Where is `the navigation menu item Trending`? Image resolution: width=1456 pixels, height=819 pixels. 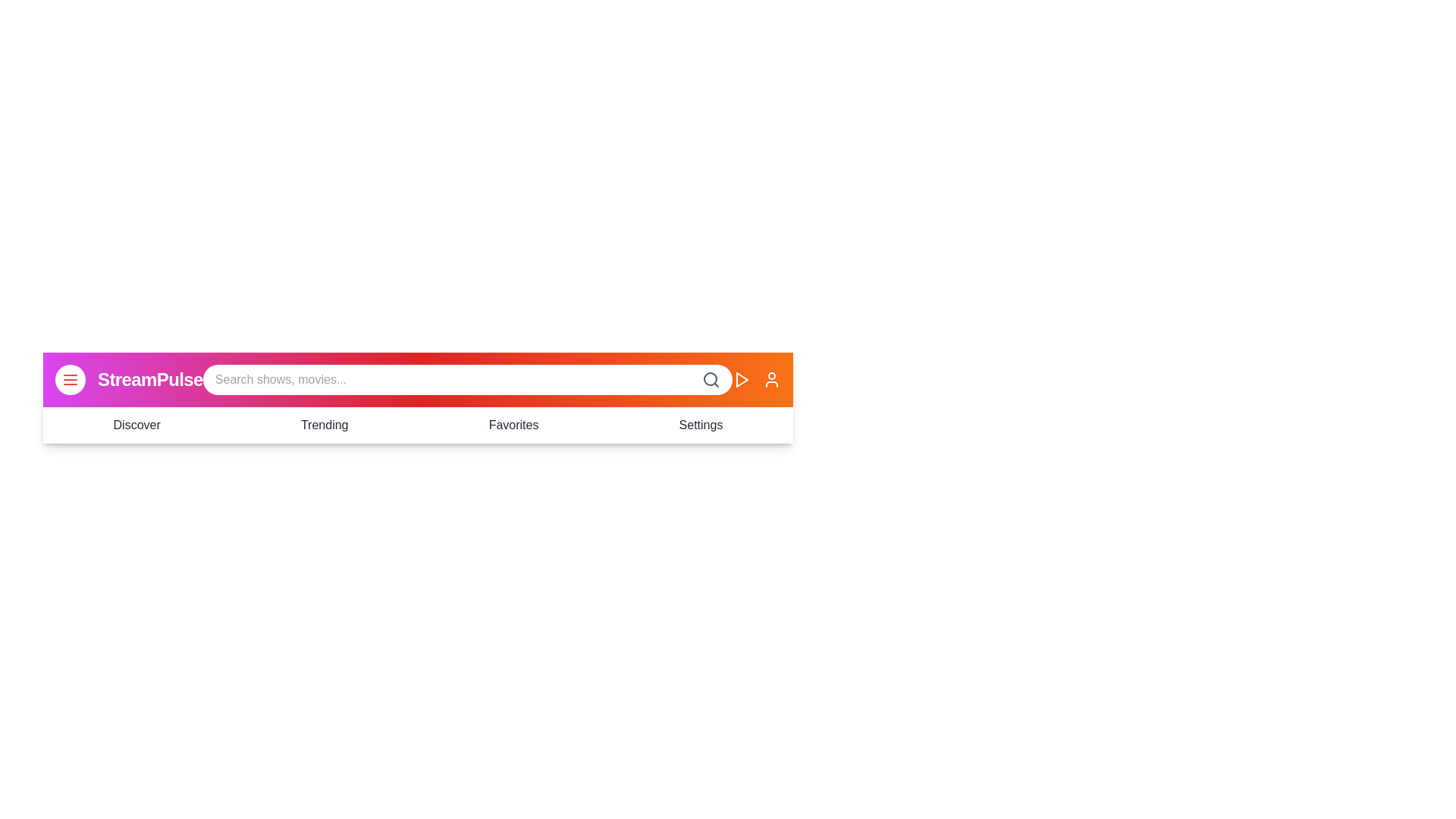 the navigation menu item Trending is located at coordinates (323, 425).